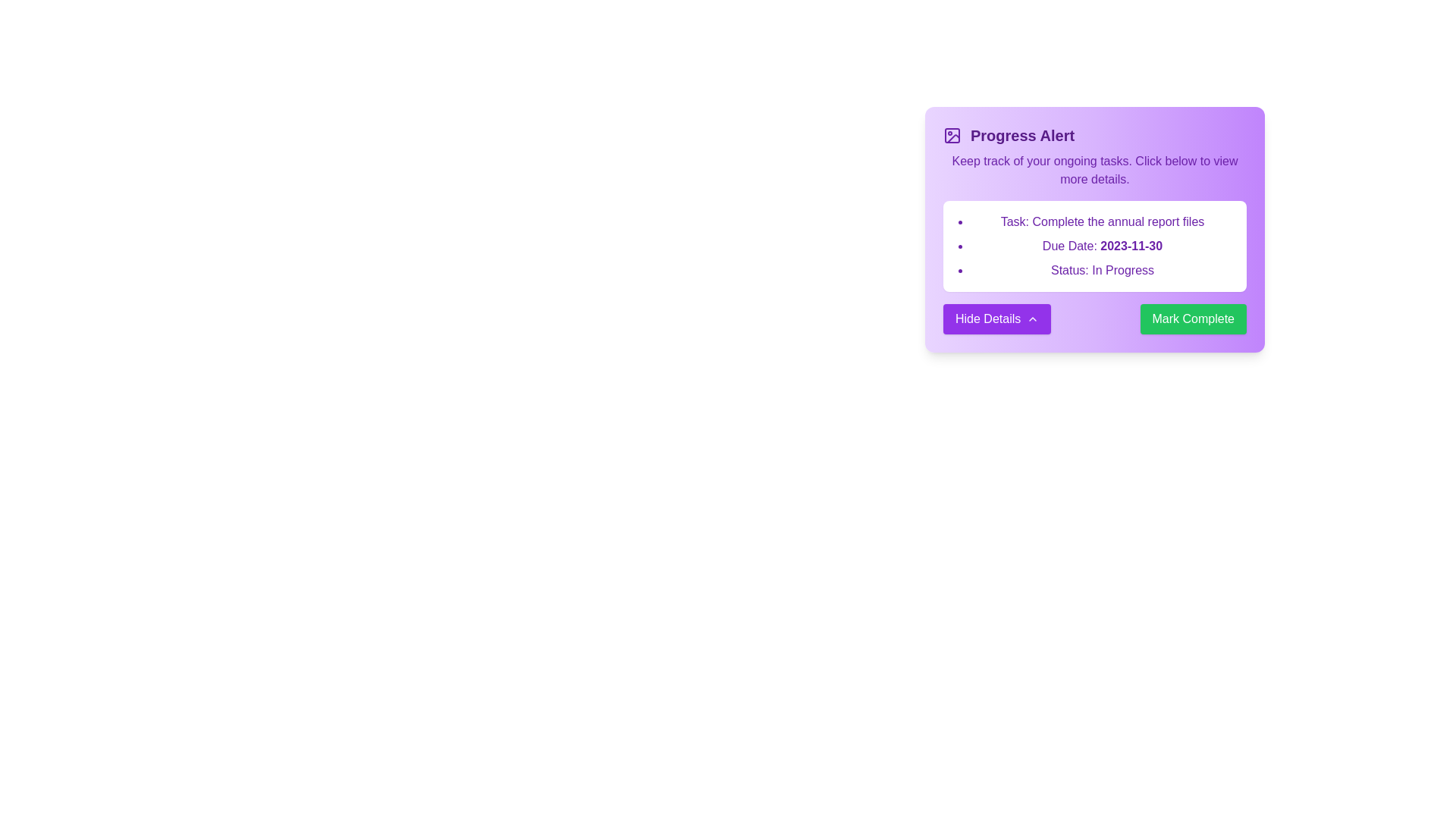 This screenshot has height=819, width=1456. Describe the element at coordinates (997, 318) in the screenshot. I see `the 'Hide Details' button to collapse the details section` at that location.